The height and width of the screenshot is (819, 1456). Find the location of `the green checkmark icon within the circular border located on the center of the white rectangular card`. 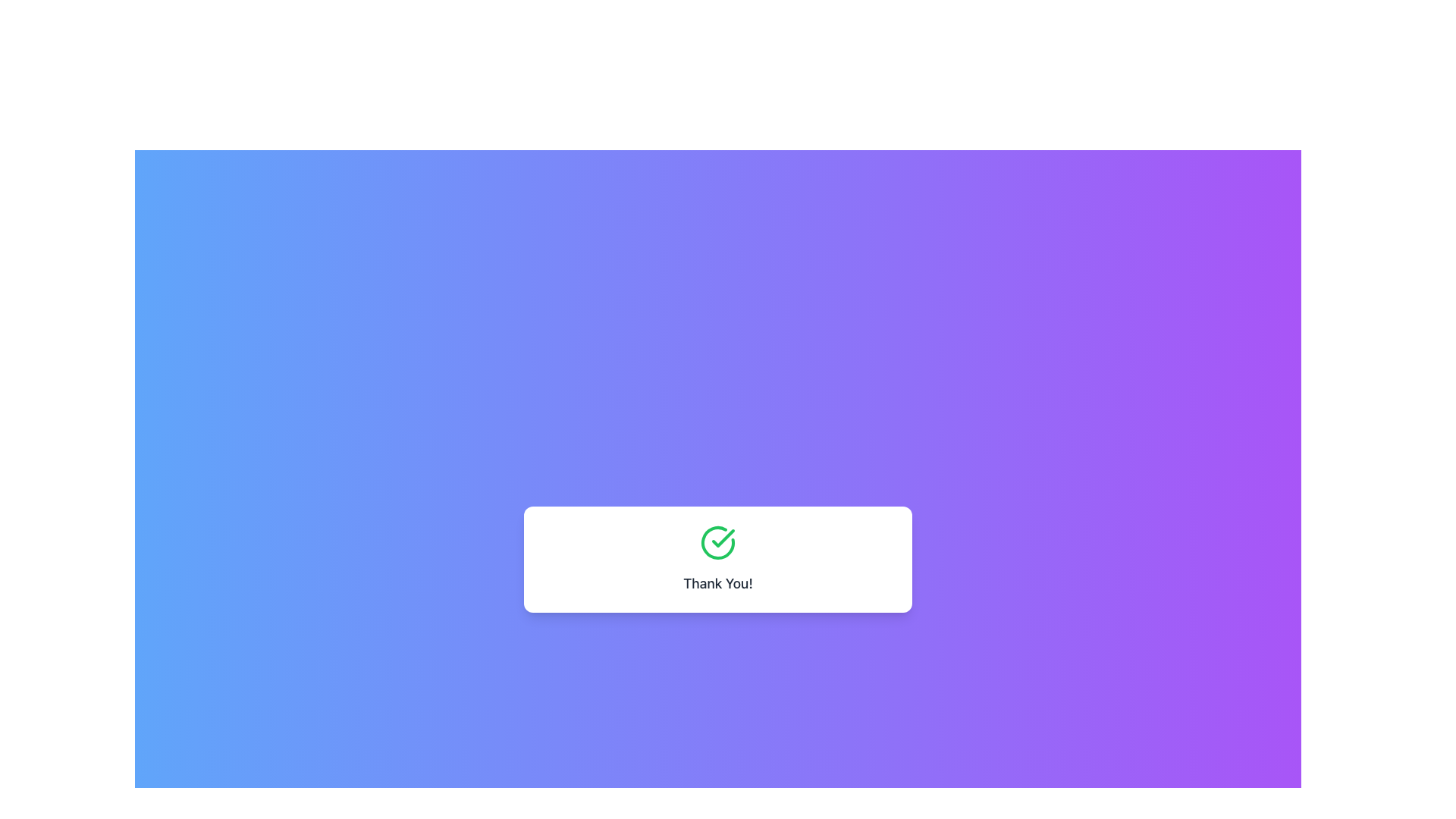

the green checkmark icon within the circular border located on the center of the white rectangular card is located at coordinates (723, 537).